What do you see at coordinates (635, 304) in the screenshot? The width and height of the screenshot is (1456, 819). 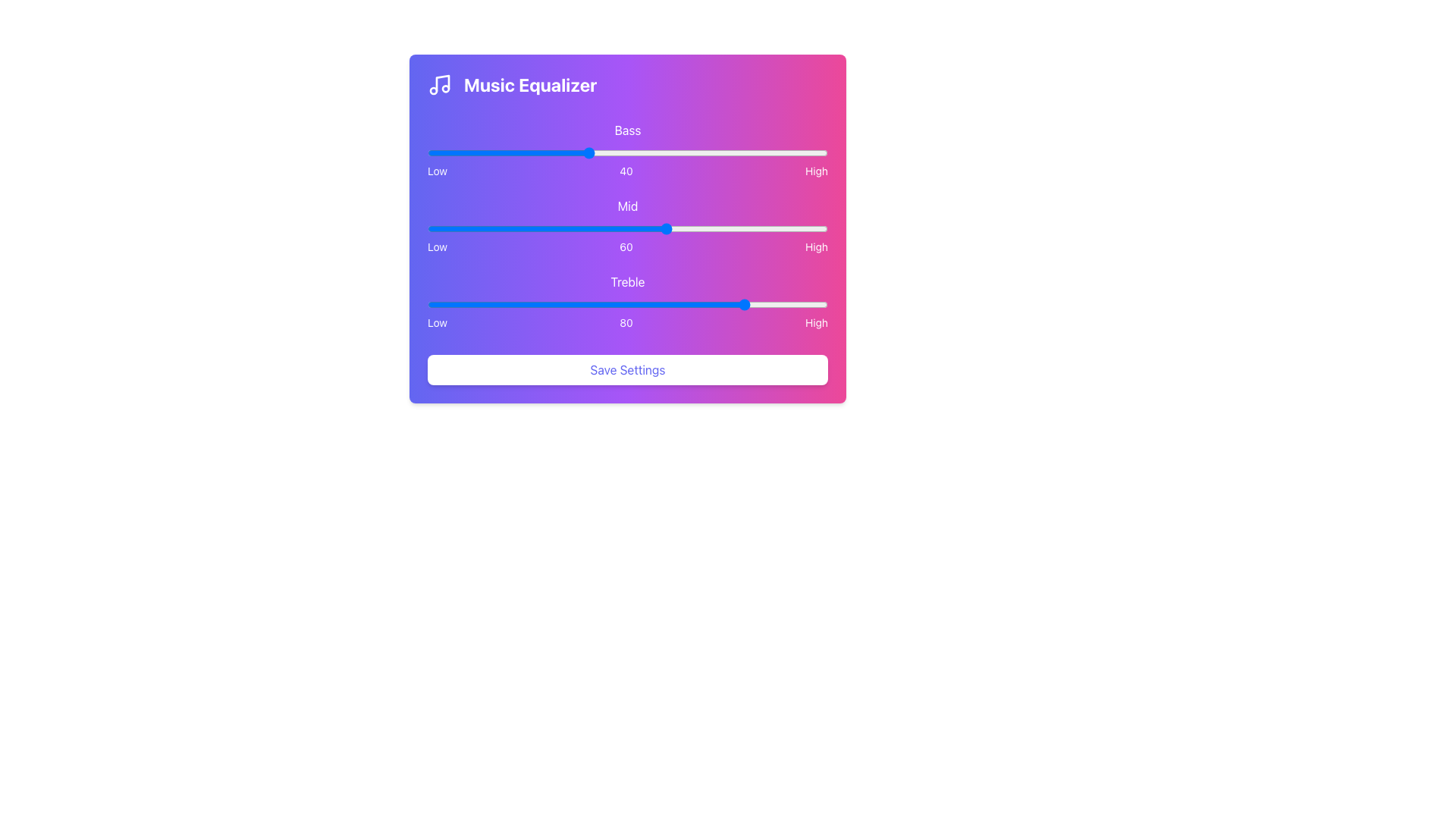 I see `the treble level` at bounding box center [635, 304].